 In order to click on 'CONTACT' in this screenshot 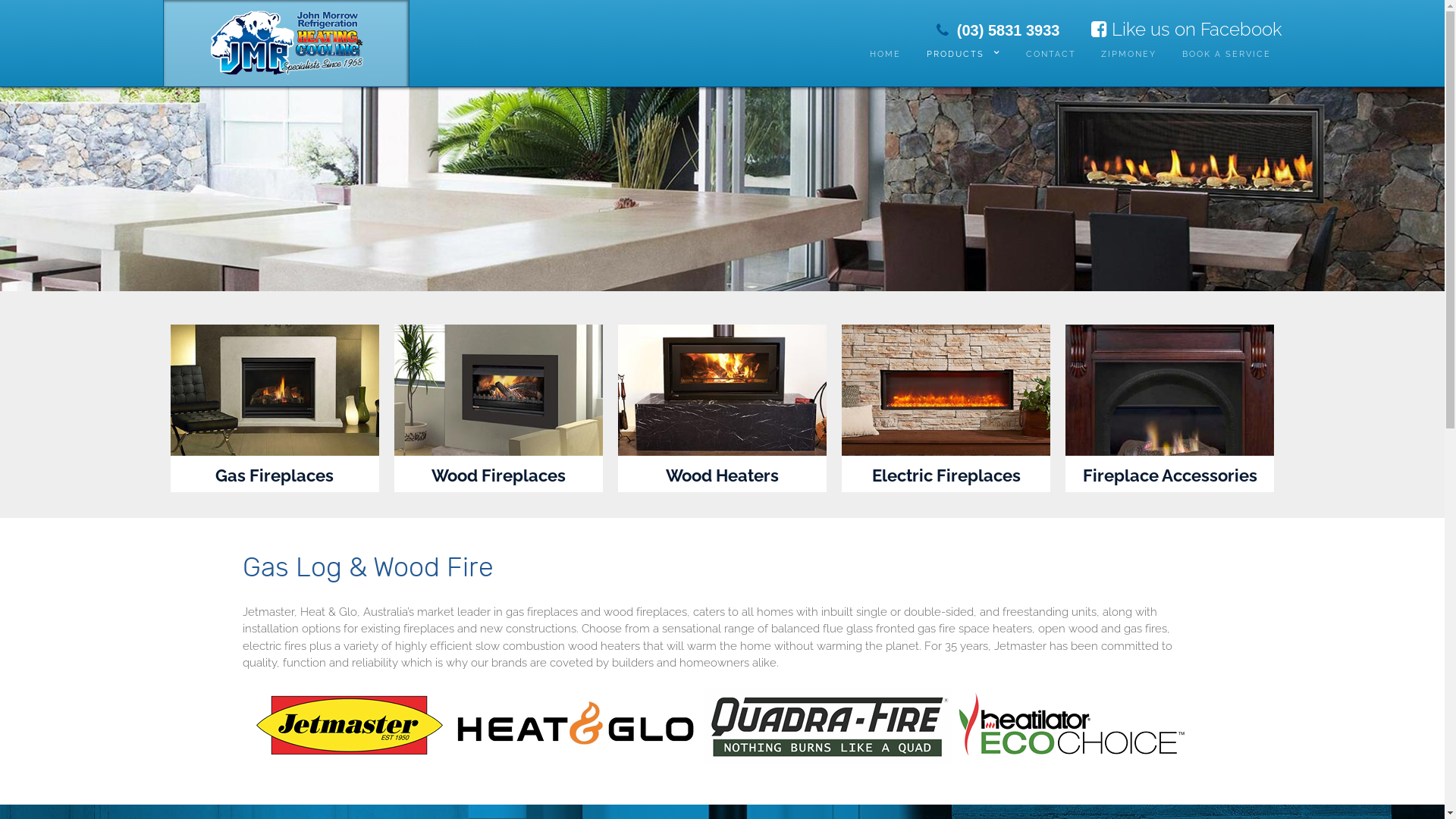, I will do `click(1050, 53)`.